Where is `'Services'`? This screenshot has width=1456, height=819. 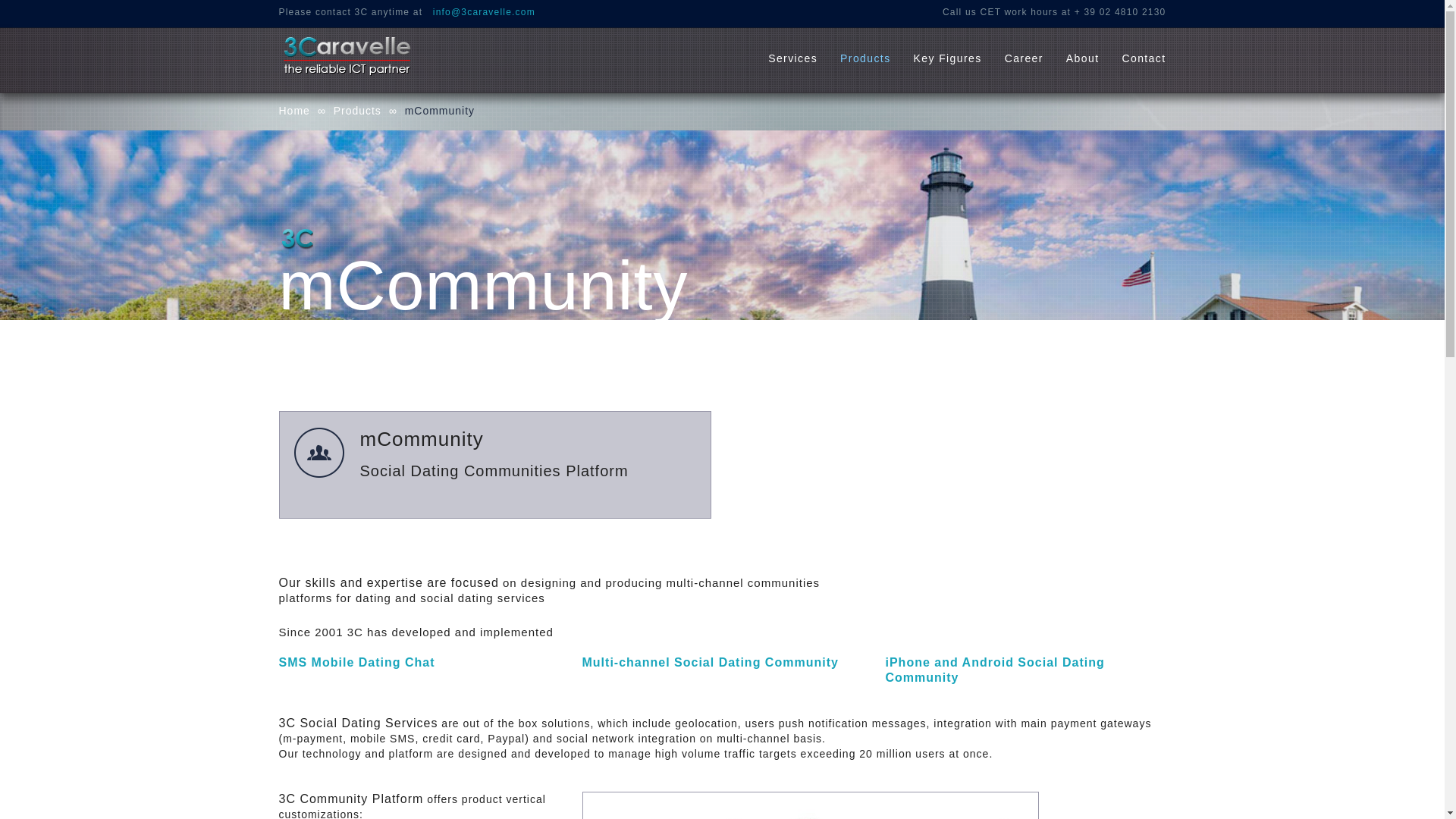
'Services' is located at coordinates (792, 57).